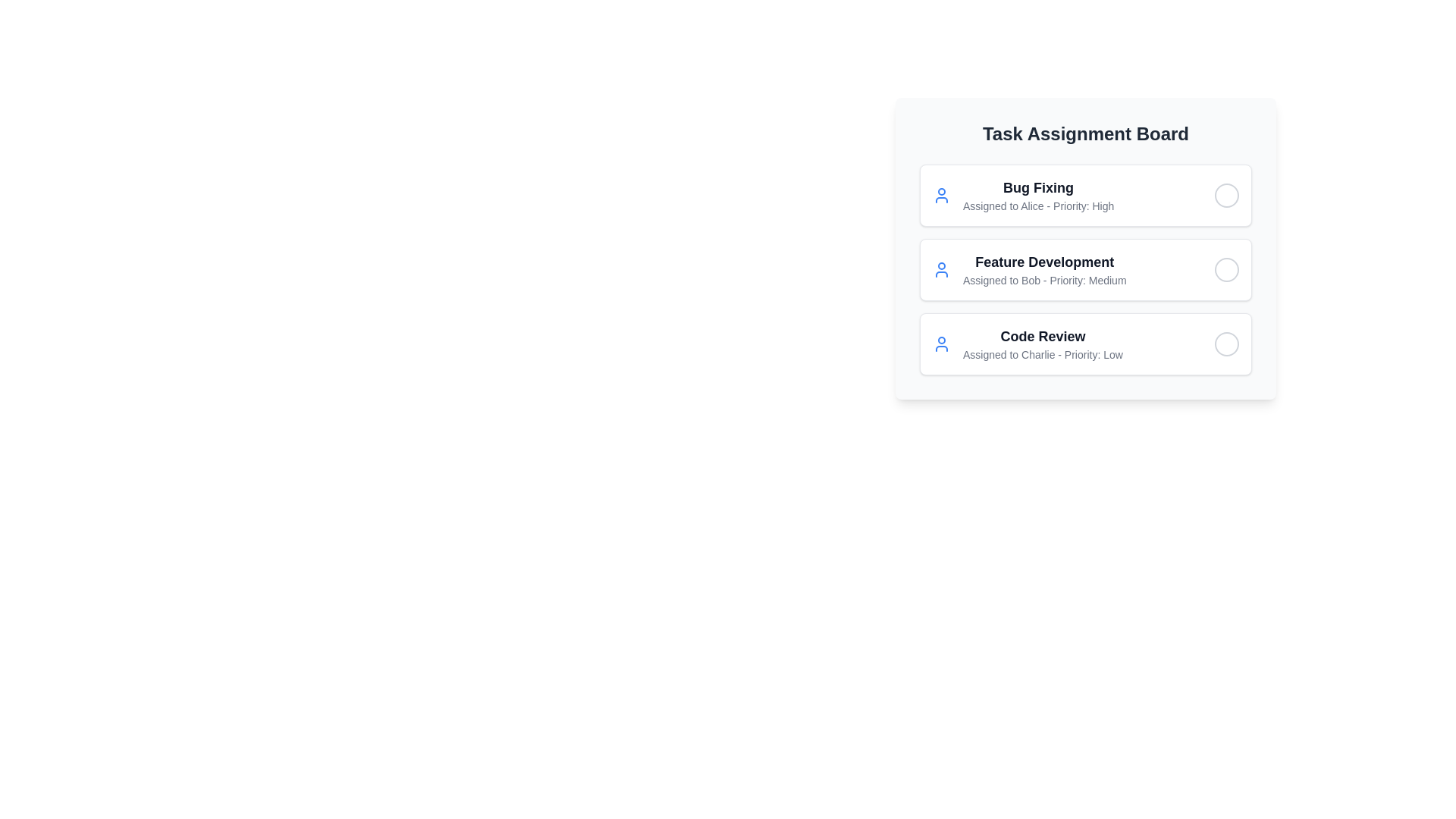 The width and height of the screenshot is (1456, 819). Describe the element at coordinates (1043, 262) in the screenshot. I see `the bold text label reading 'Feature Development' located in the middle section of the 'Task Assignment Board' interface` at that location.